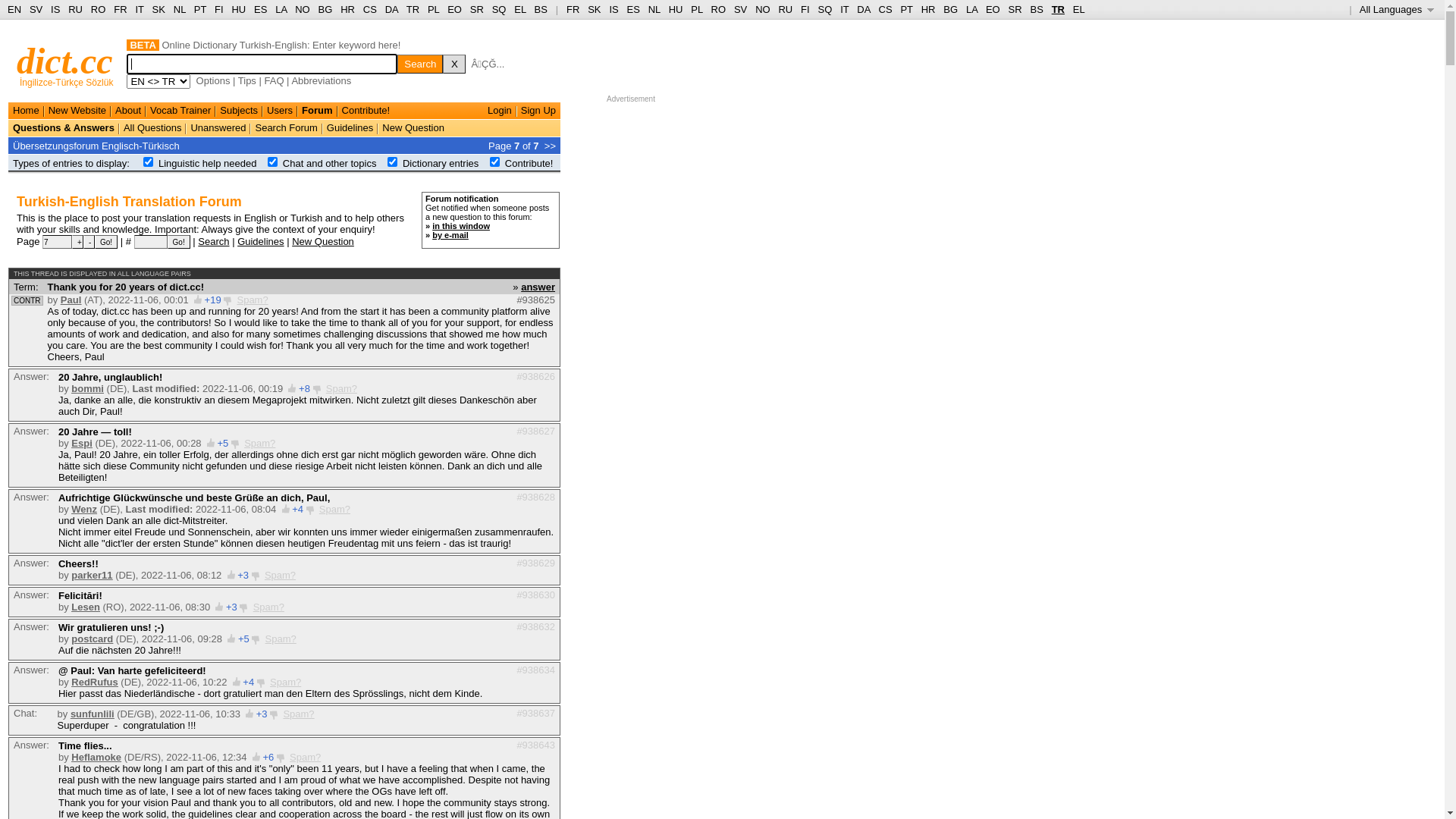 This screenshot has width=1456, height=819. Describe the element at coordinates (1015, 9) in the screenshot. I see `'SR'` at that location.